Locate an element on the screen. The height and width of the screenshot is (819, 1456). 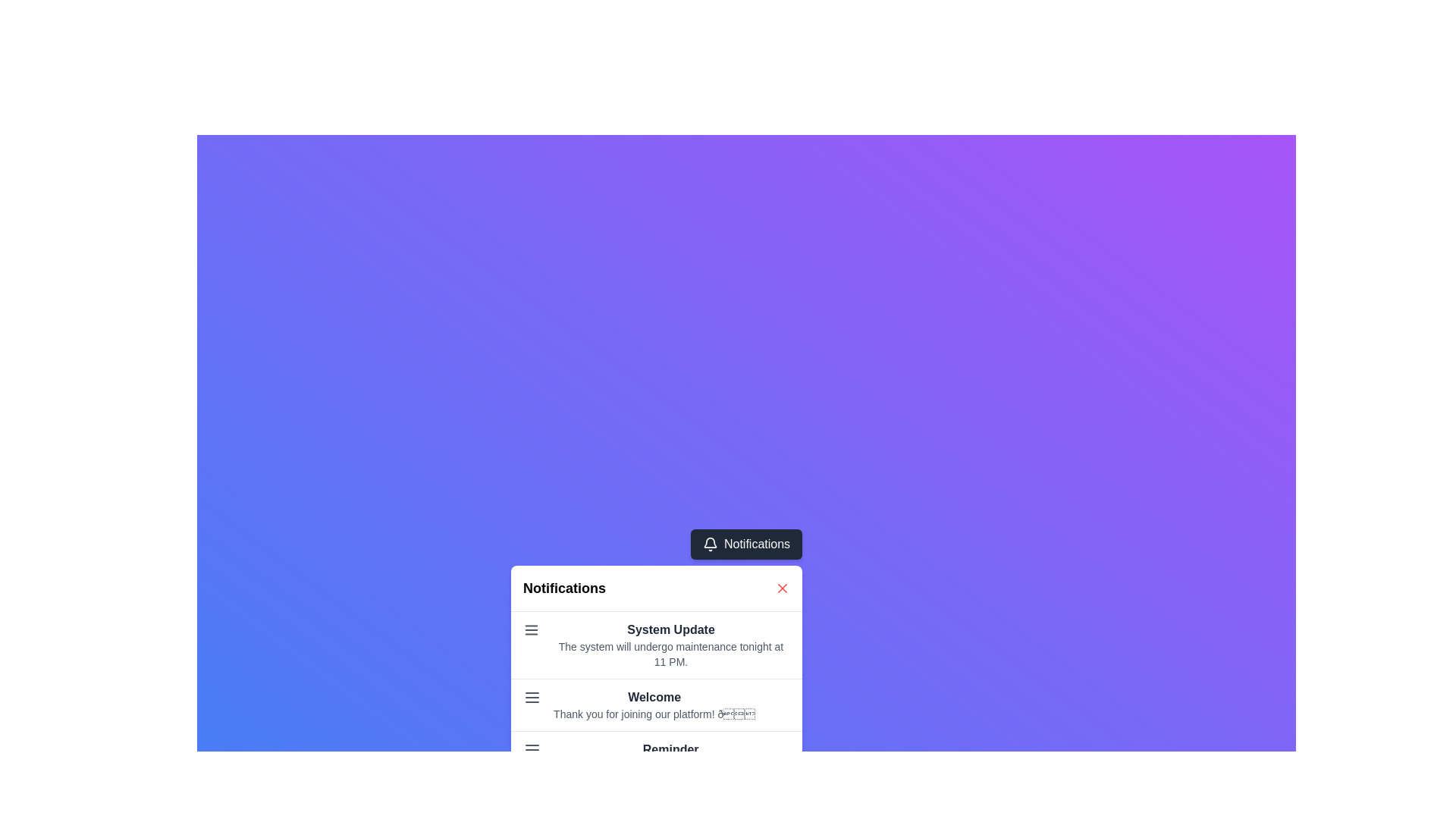
the text block reading 'Thank you for joining our platform! 🎉' which is located below the 'Welcome' title in the notification list is located at coordinates (654, 714).